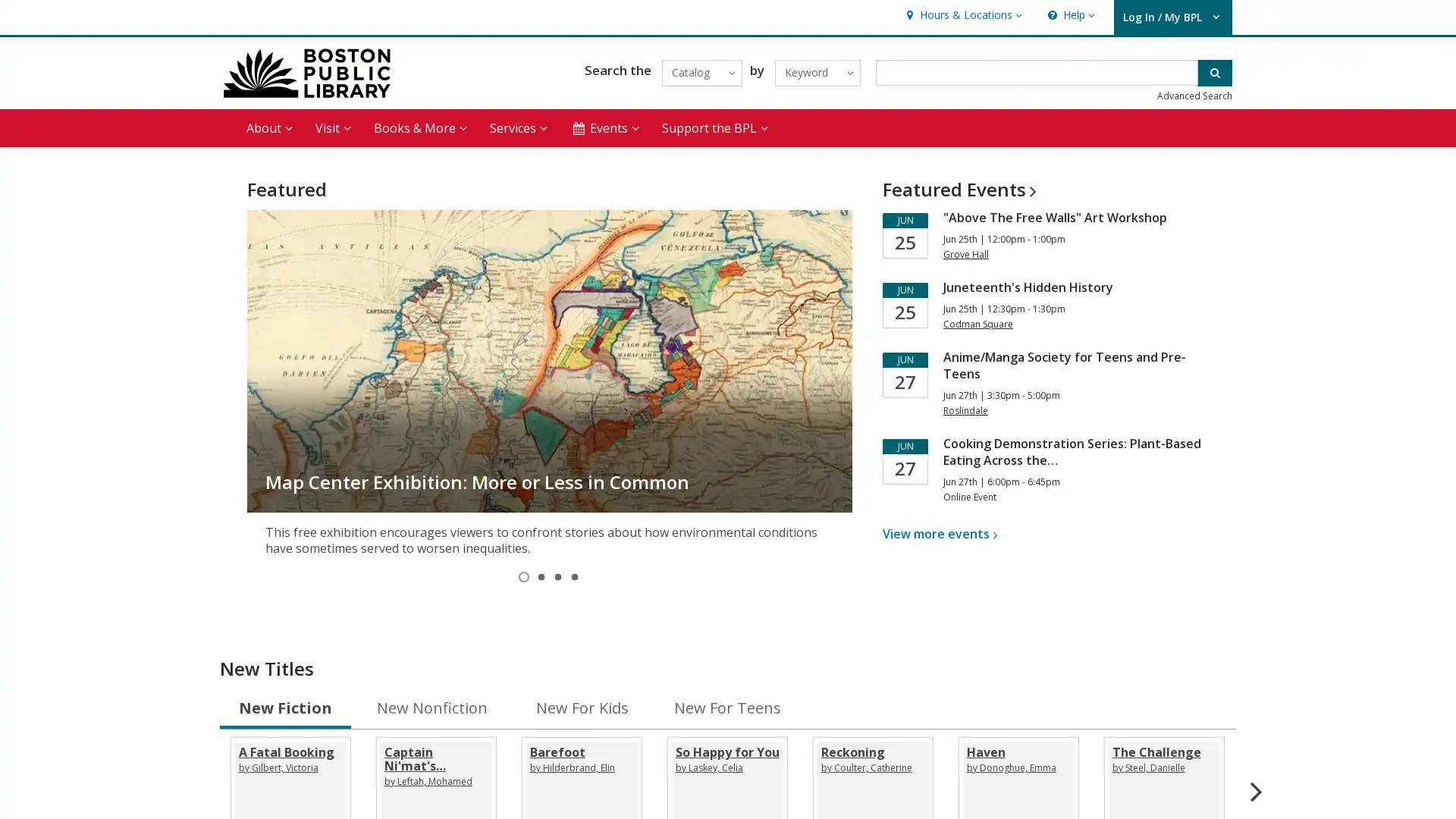 The image size is (1456, 819). What do you see at coordinates (701, 72) in the screenshot?
I see `Catalog` at bounding box center [701, 72].